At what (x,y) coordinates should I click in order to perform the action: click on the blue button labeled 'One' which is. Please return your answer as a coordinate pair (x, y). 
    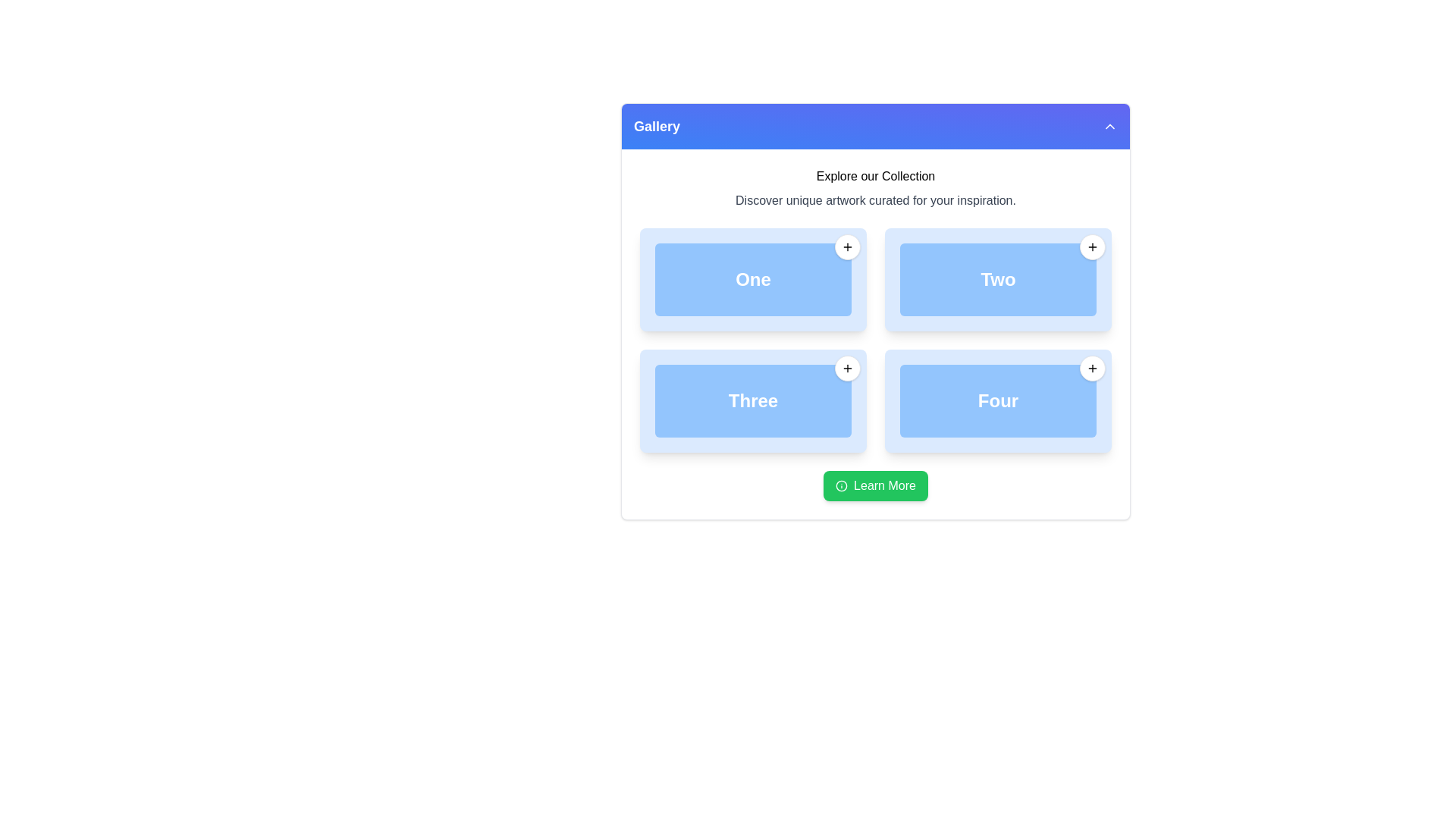
    Looking at the image, I should click on (753, 280).